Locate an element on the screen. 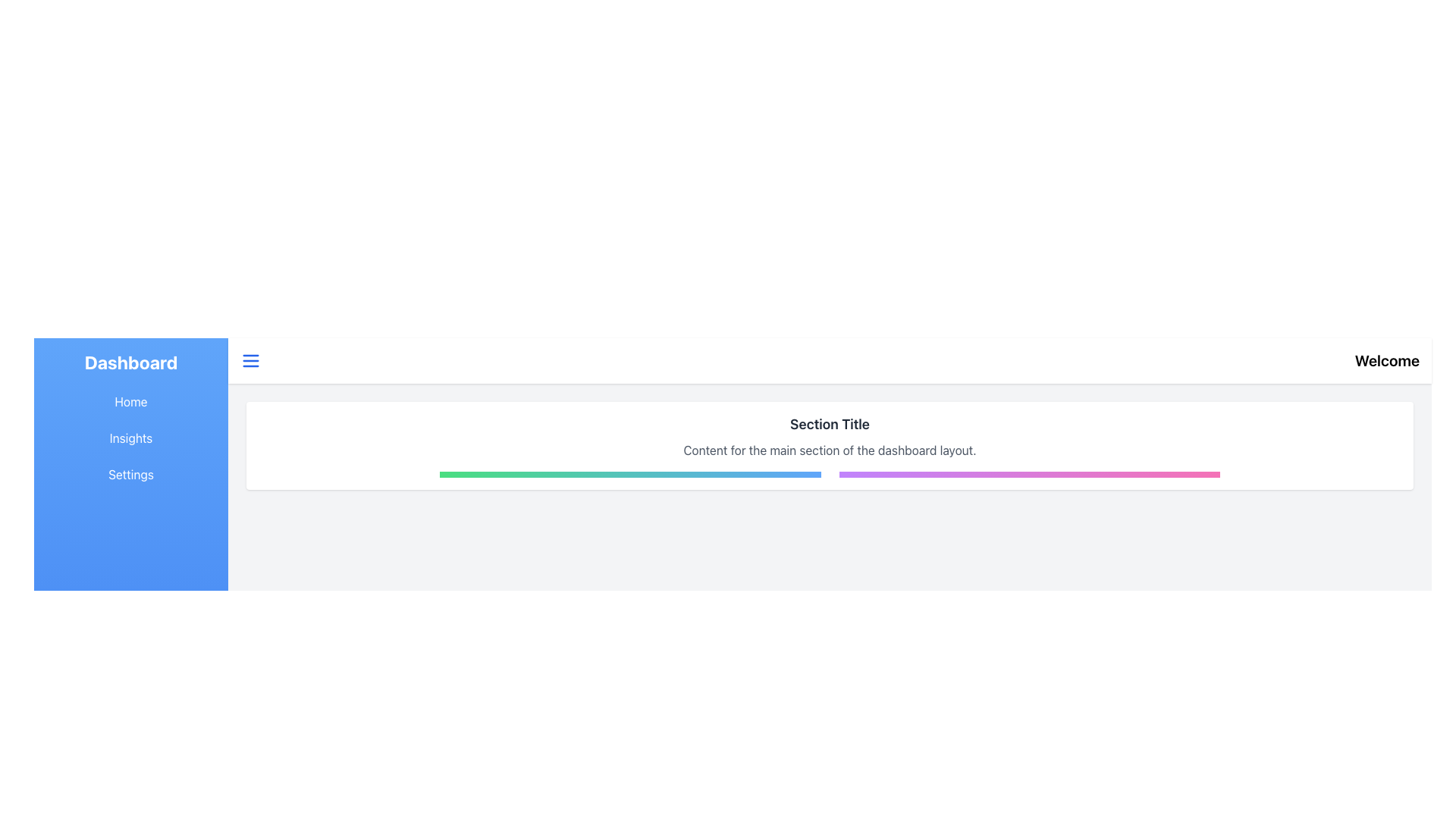  the leftmost progress bar in the horizontal row, which visually complements its sibling bar displaying a gradient from purple to pink is located at coordinates (630, 473).